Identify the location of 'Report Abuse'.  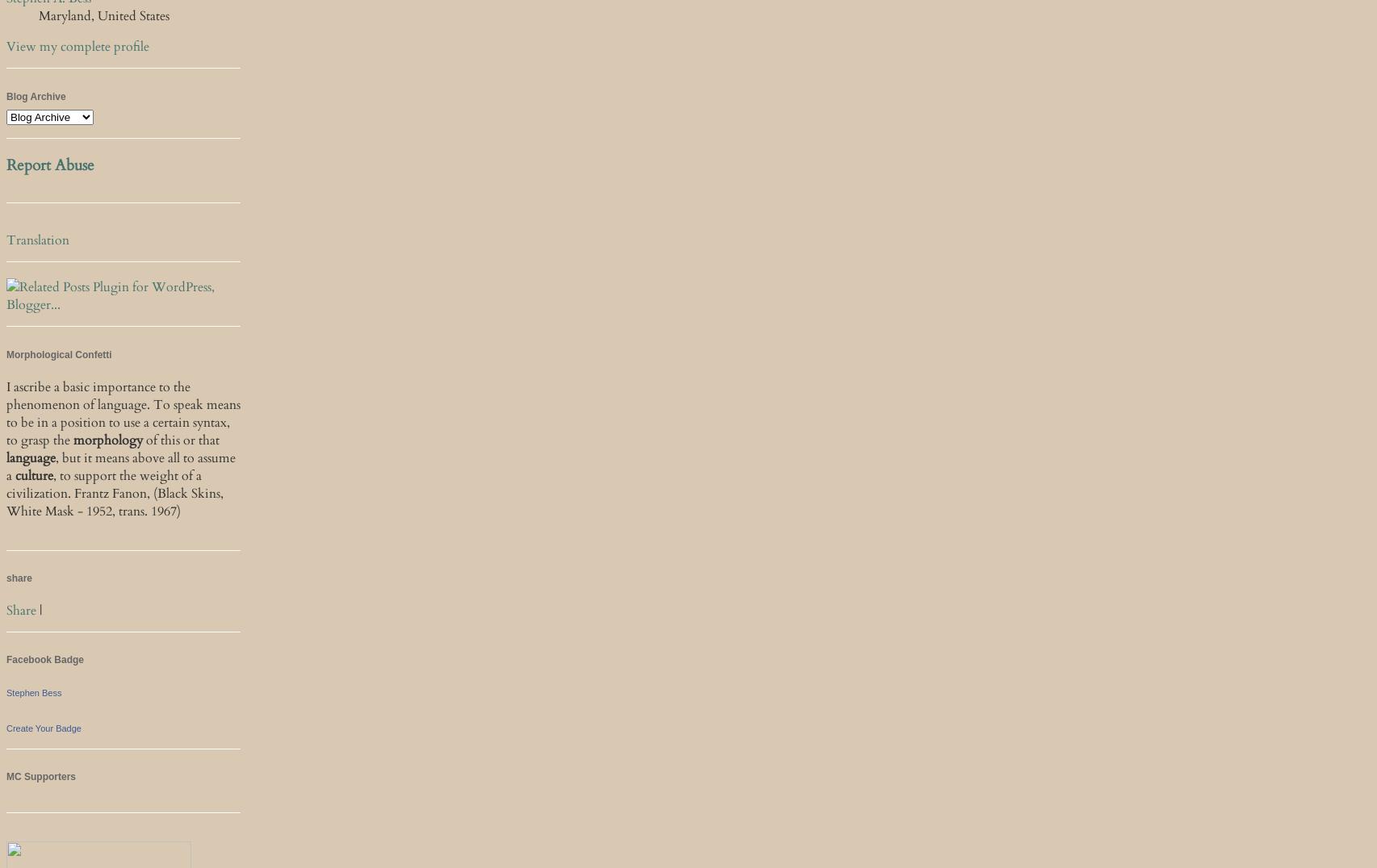
(50, 164).